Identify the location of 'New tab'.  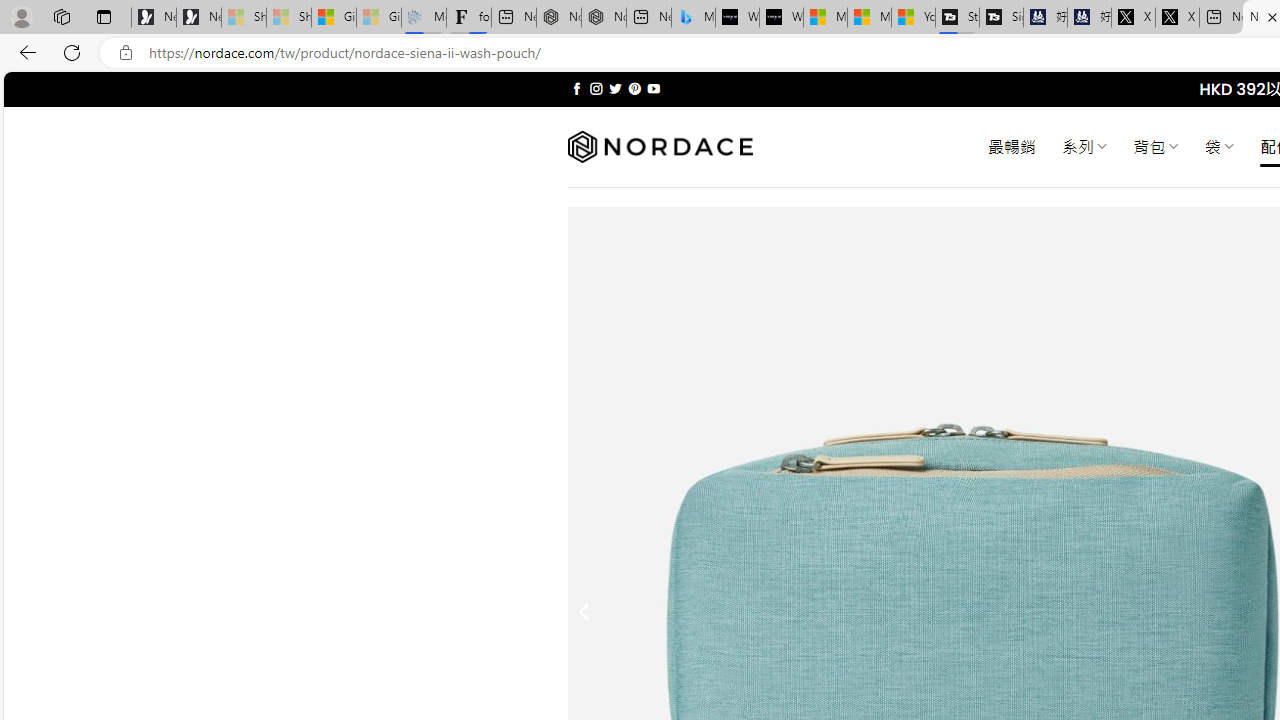
(1220, 17).